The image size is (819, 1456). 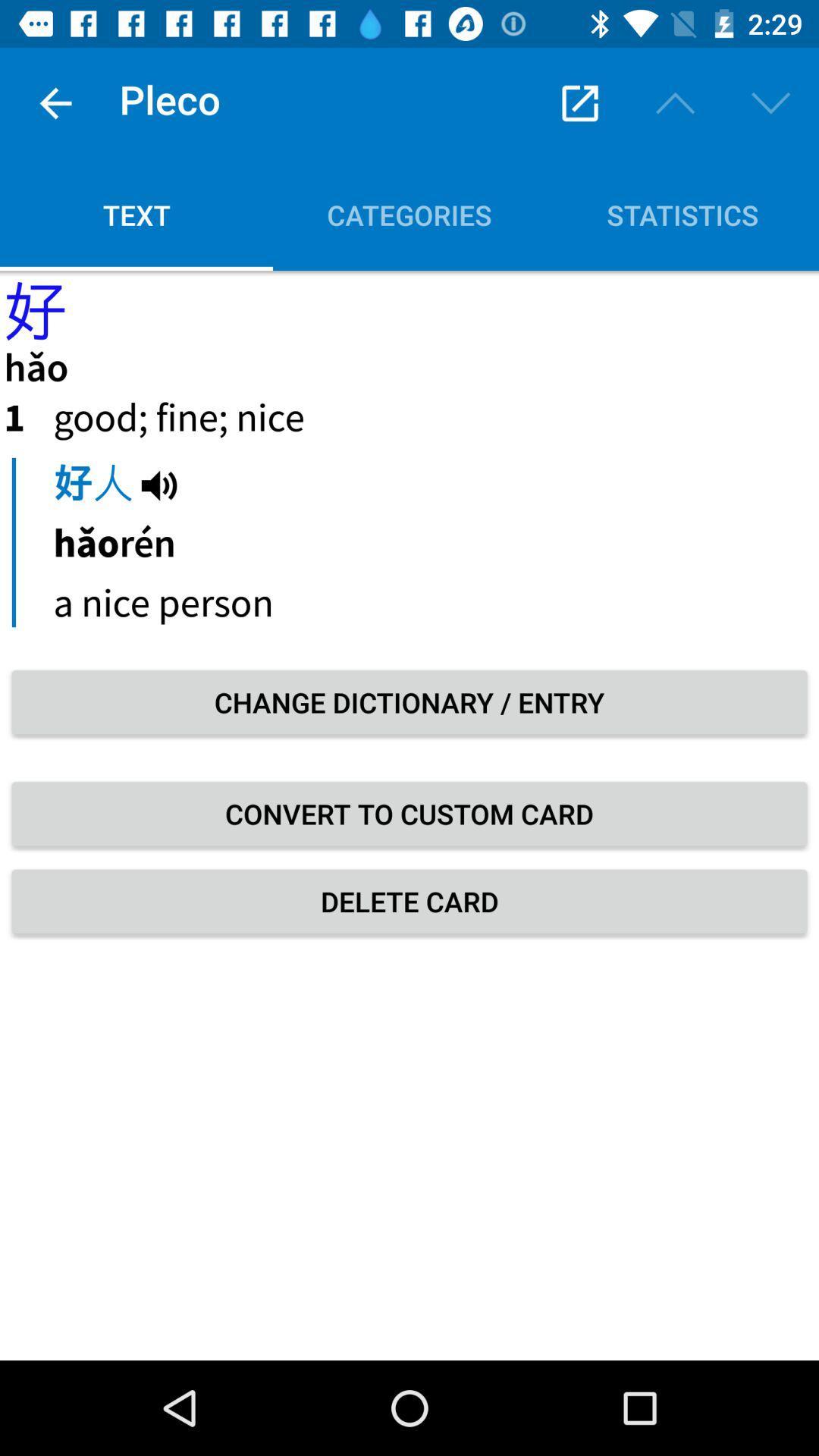 What do you see at coordinates (771, 103) in the screenshot?
I see `the down arrow which is below 229` at bounding box center [771, 103].